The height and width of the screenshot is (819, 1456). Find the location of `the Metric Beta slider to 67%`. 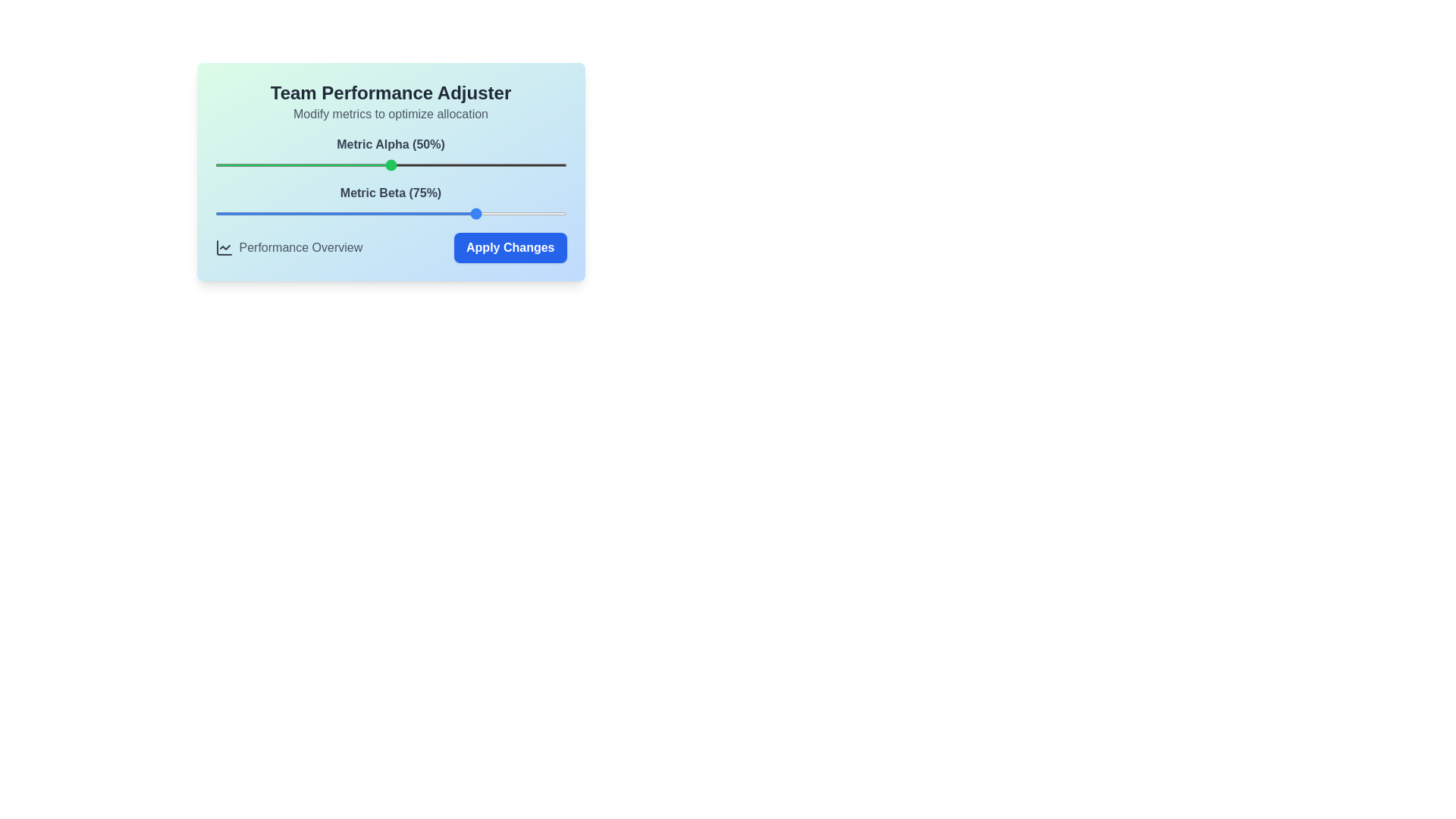

the Metric Beta slider to 67% is located at coordinates (450, 213).